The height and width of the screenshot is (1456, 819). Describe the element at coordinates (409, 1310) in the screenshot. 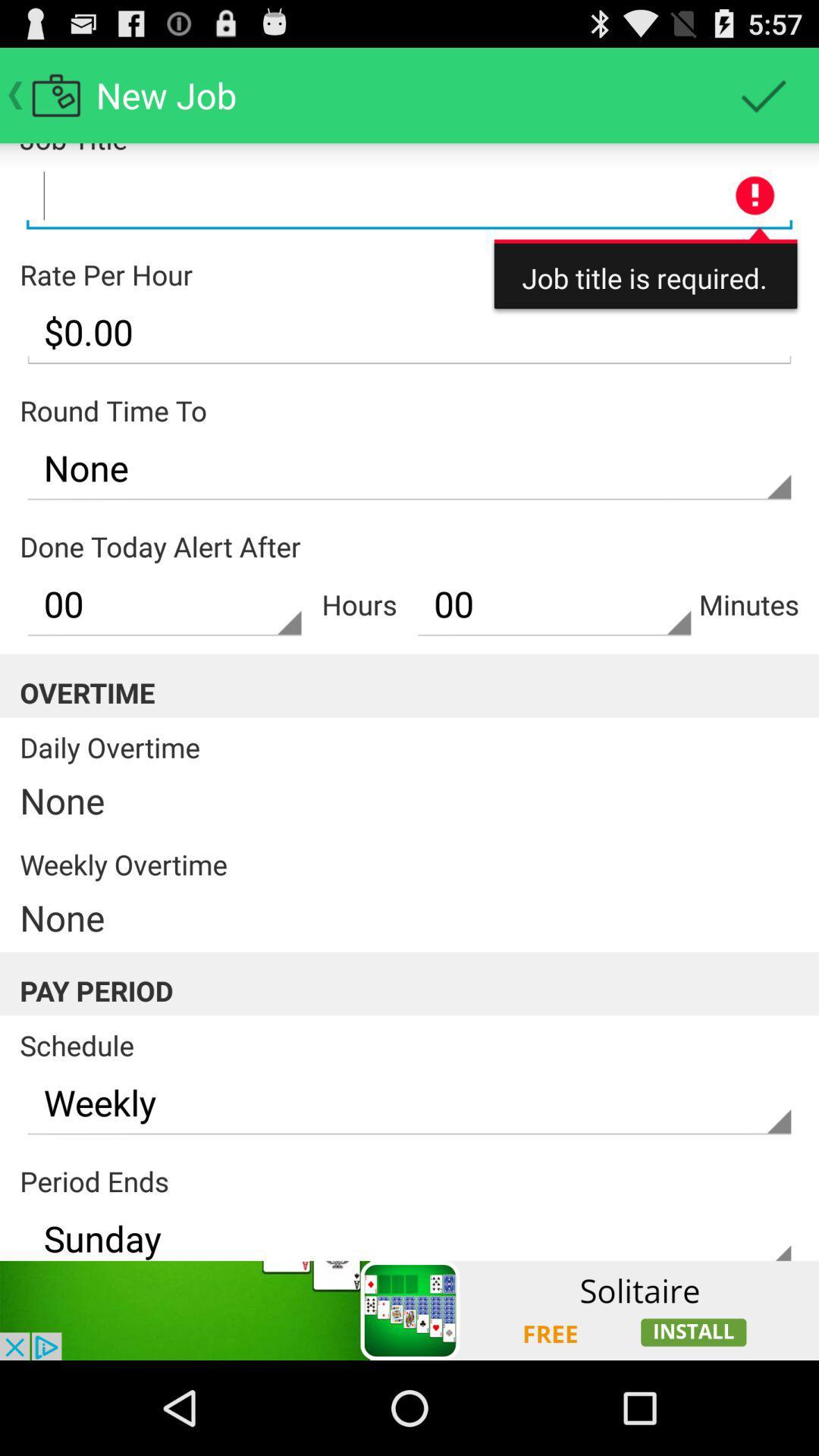

I see `click on the advertisement` at that location.